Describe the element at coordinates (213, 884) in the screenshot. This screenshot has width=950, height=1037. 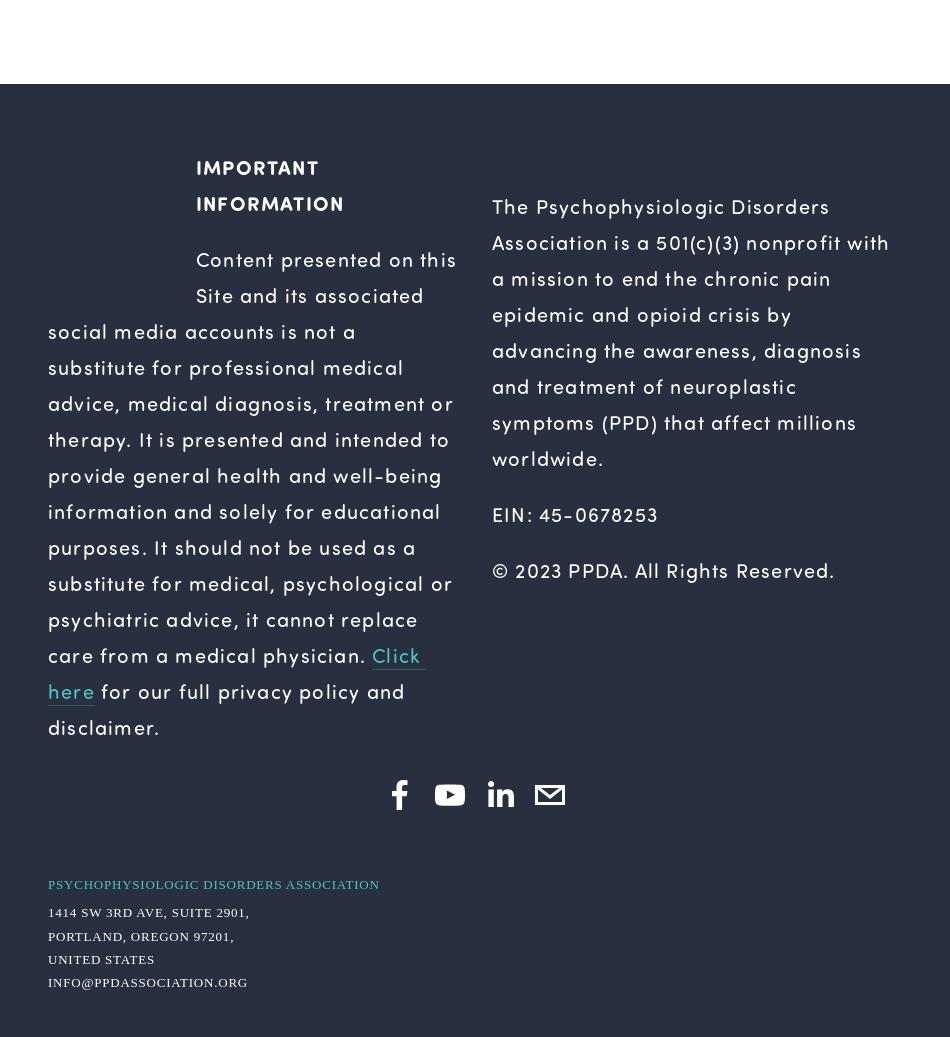
I see `'Psychophysiologic Disorders Association'` at that location.